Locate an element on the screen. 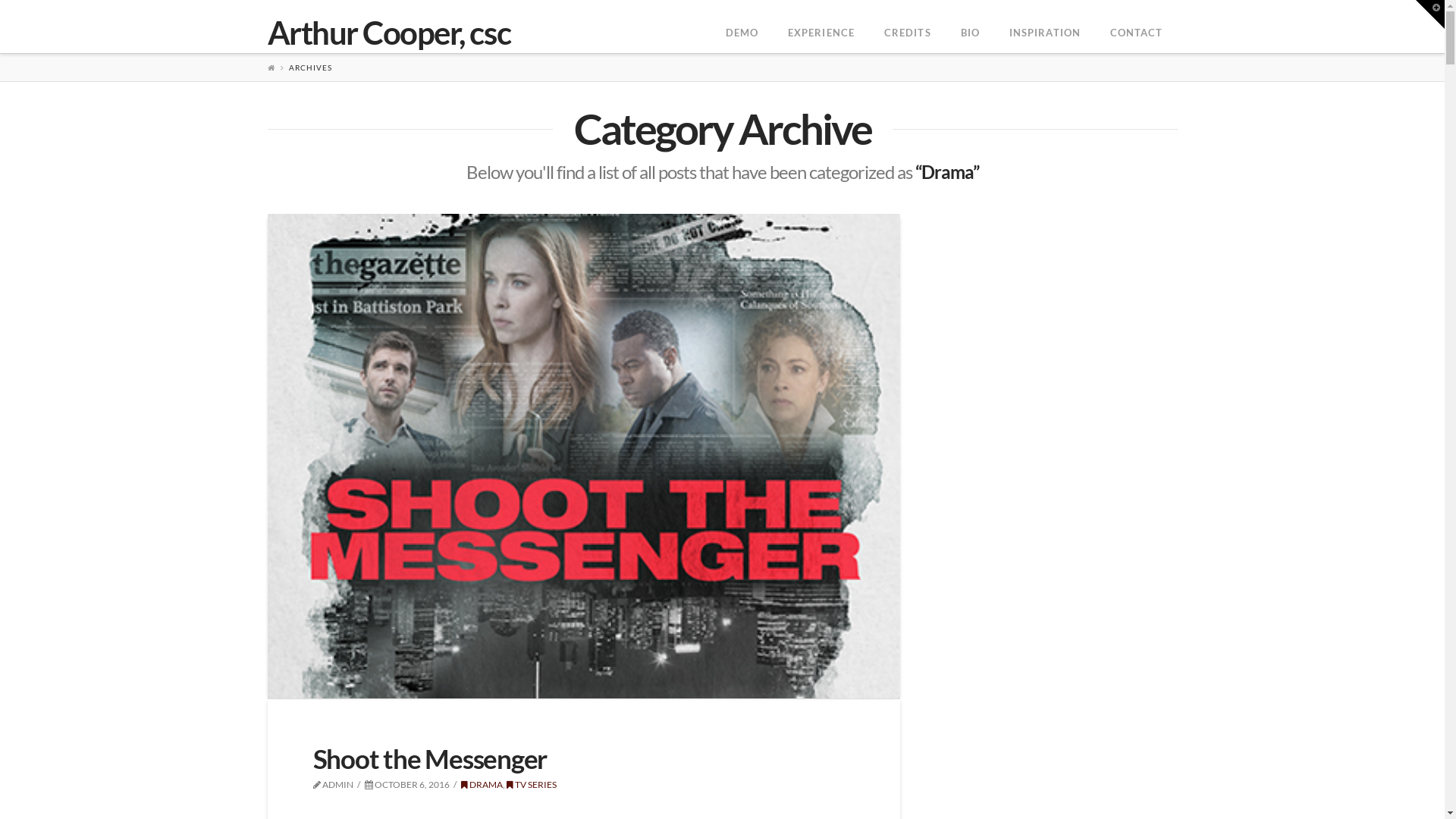 Image resolution: width=1456 pixels, height=819 pixels. 'Toggle the Widgetbar' is located at coordinates (1429, 14).